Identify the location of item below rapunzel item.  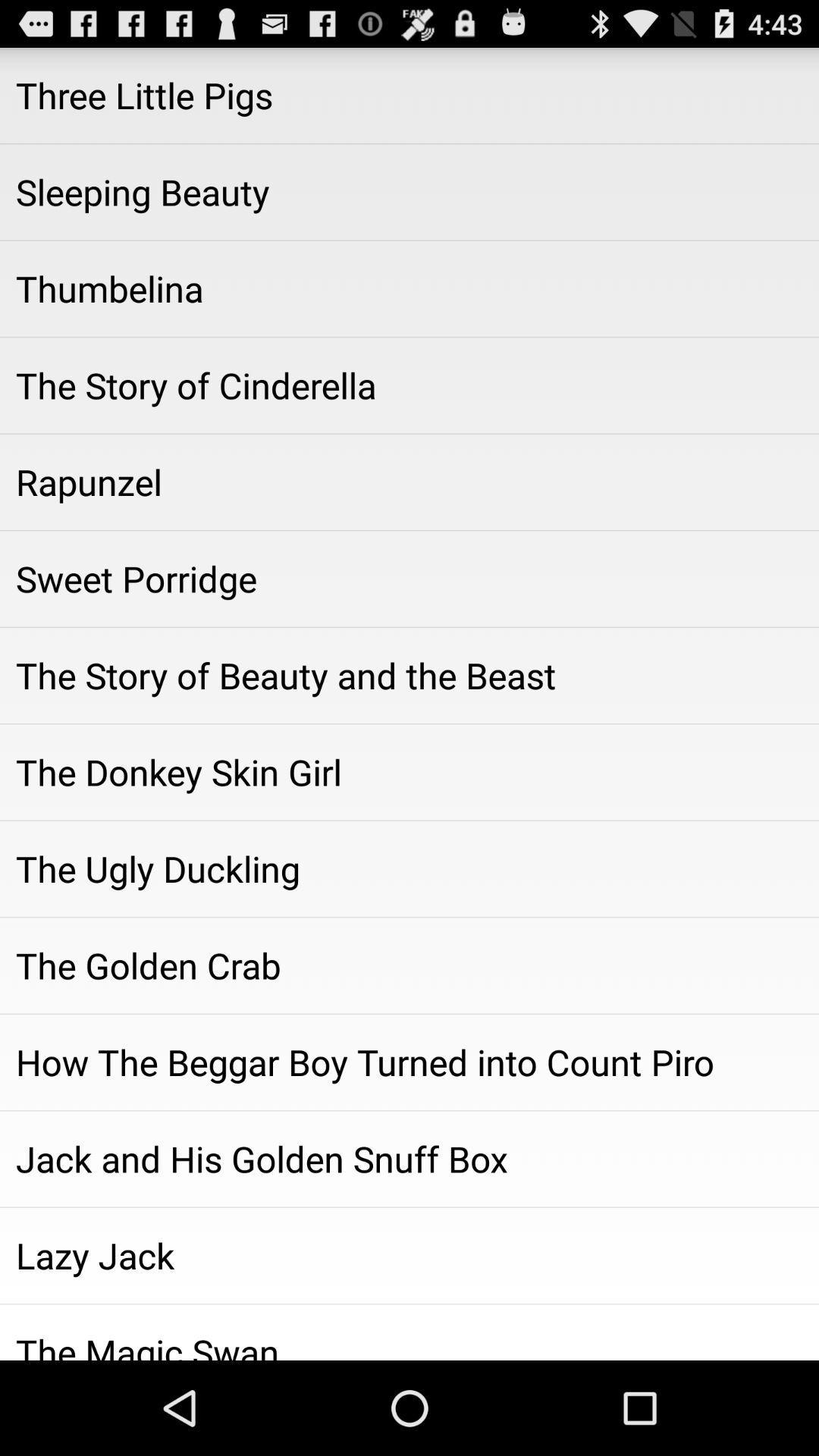
(409, 578).